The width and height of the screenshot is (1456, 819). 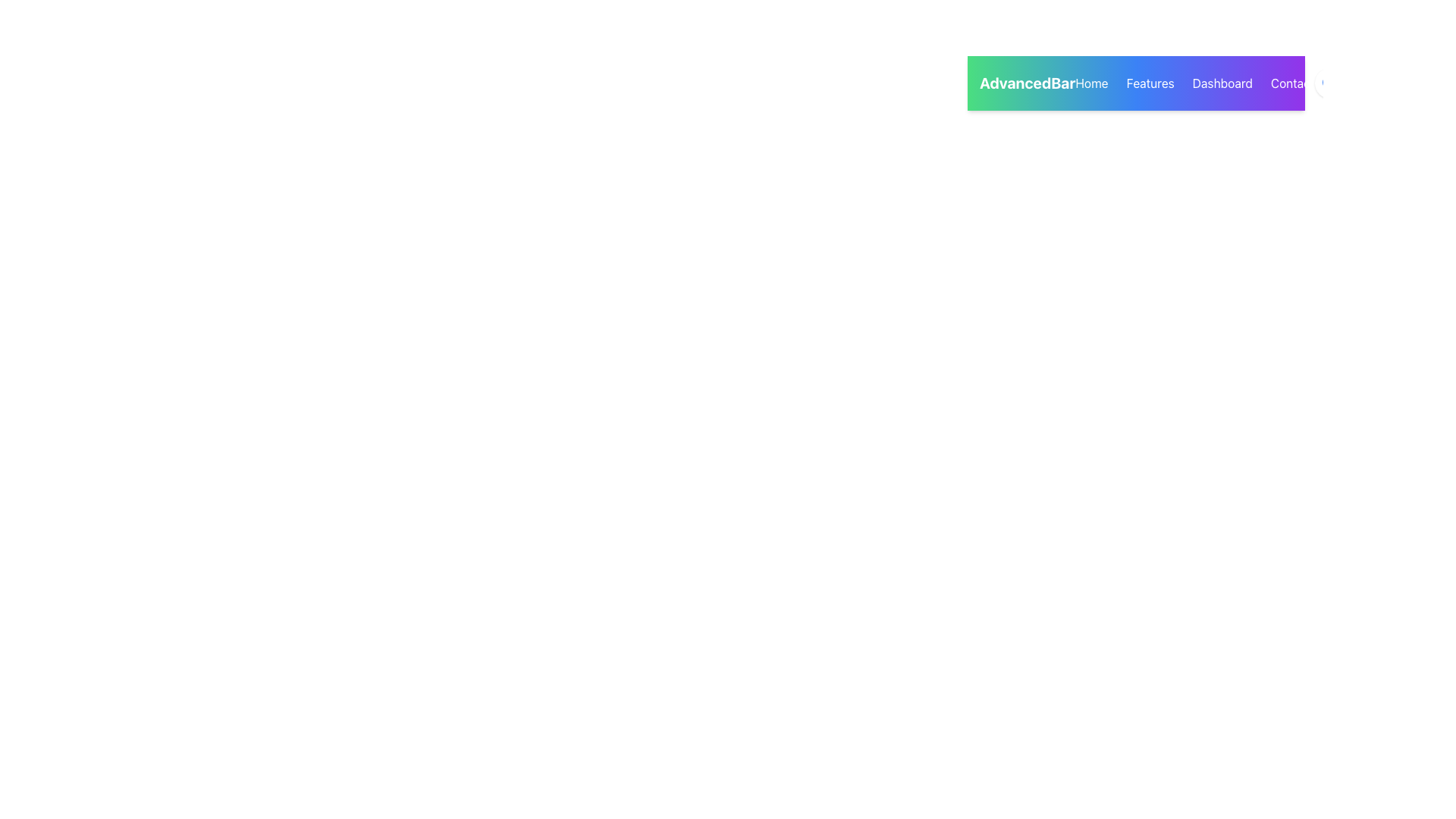 I want to click on the 'AdvancedBar' label, which is the first item in the horizontal navigation bar, styled in bold white font with a gradient green-to-blue background, so click(x=1028, y=83).